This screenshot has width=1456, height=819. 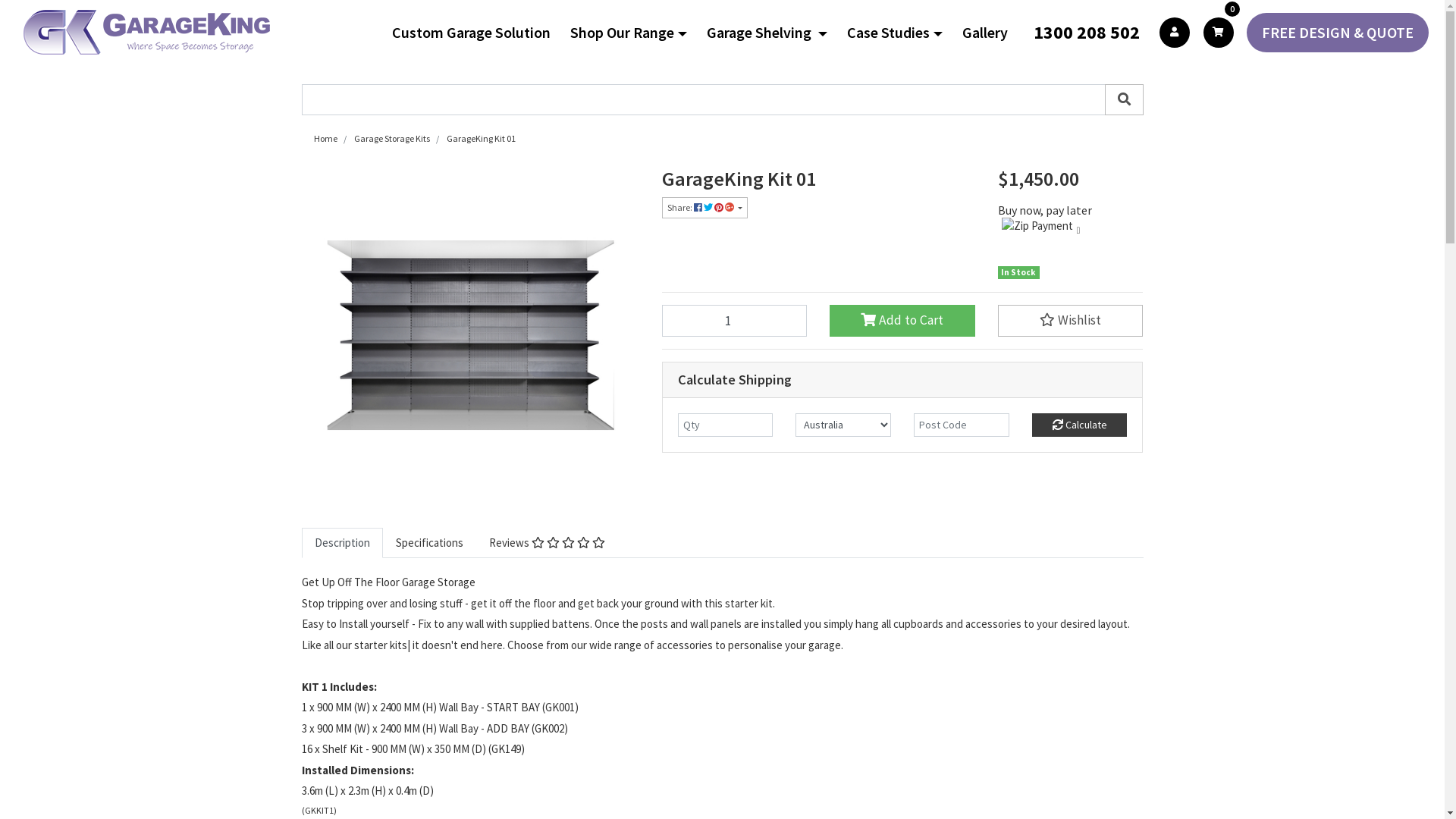 What do you see at coordinates (570, 32) in the screenshot?
I see `'Shop Our Range'` at bounding box center [570, 32].